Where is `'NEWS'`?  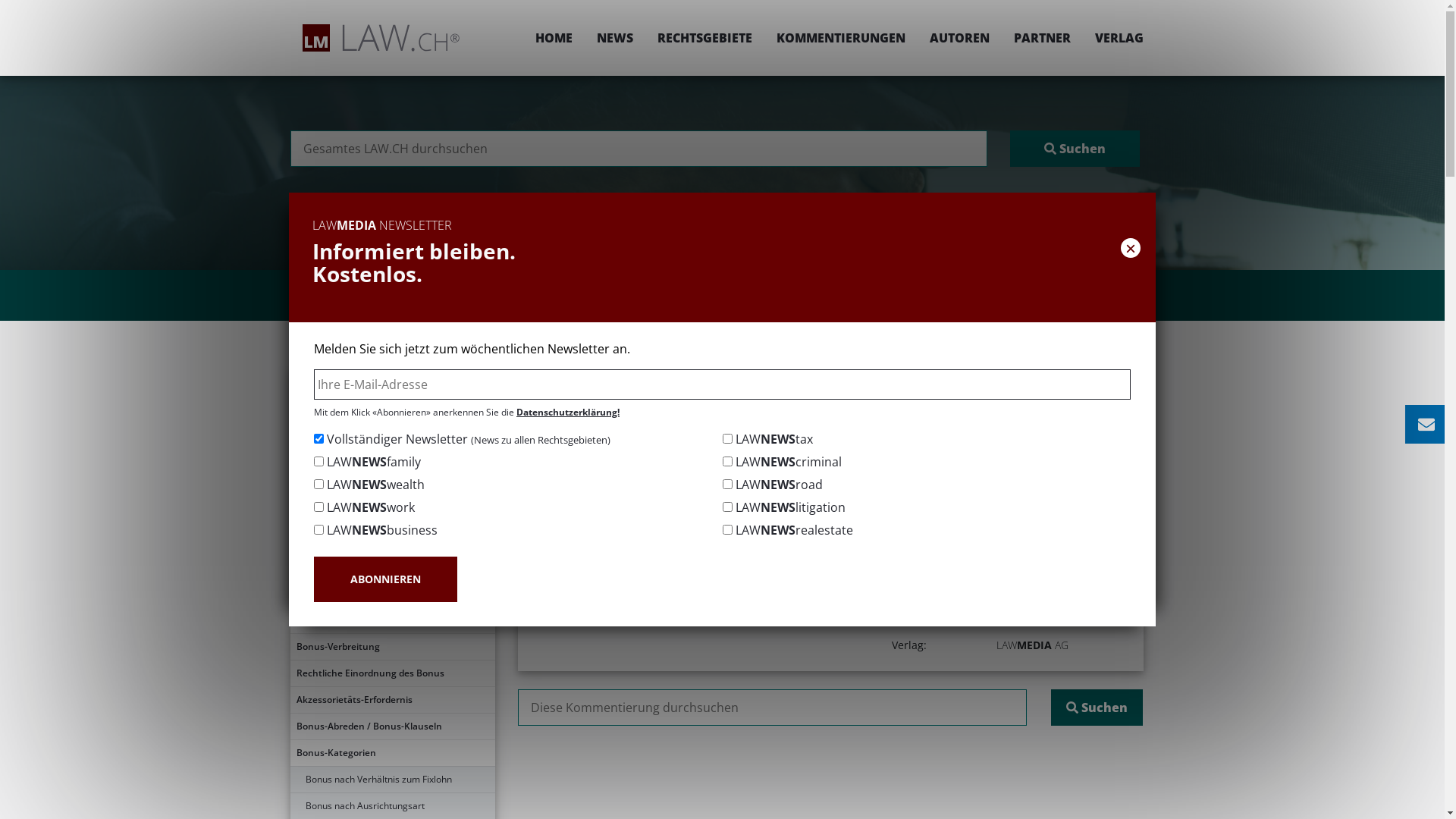 'NEWS' is located at coordinates (614, 37).